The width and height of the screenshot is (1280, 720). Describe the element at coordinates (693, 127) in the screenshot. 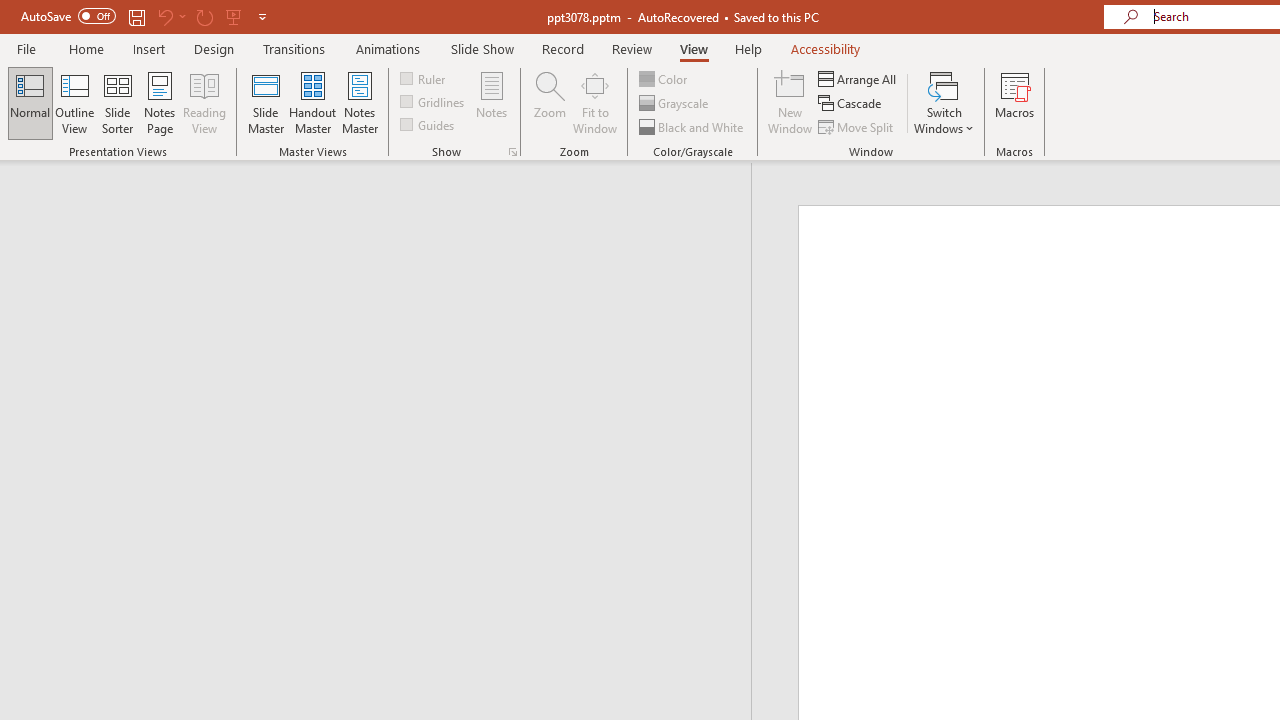

I see `'Black and White'` at that location.